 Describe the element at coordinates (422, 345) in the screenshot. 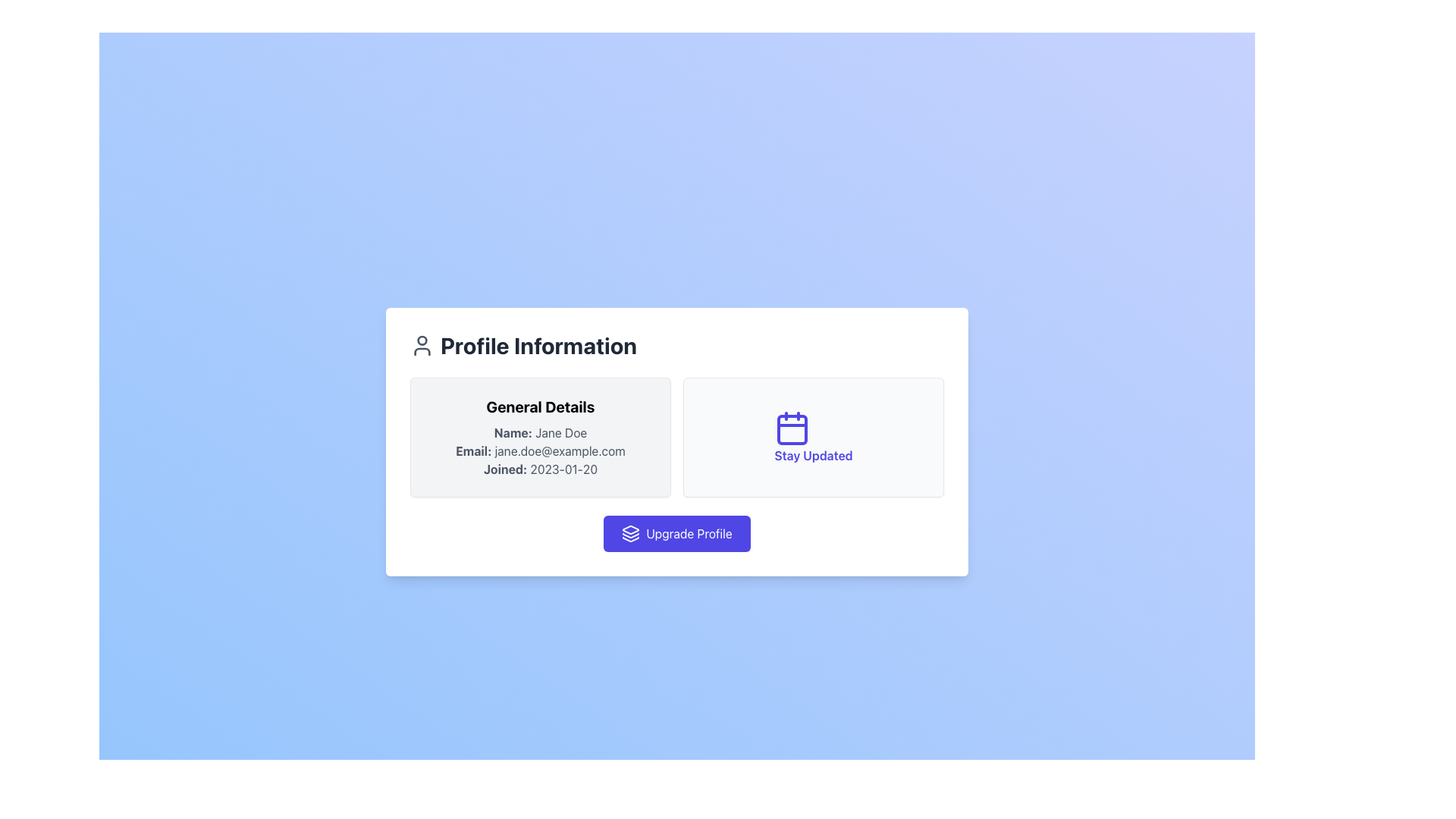

I see `the user profile SVG icon located at the top-left corner of the 'Profile Information' section` at that location.